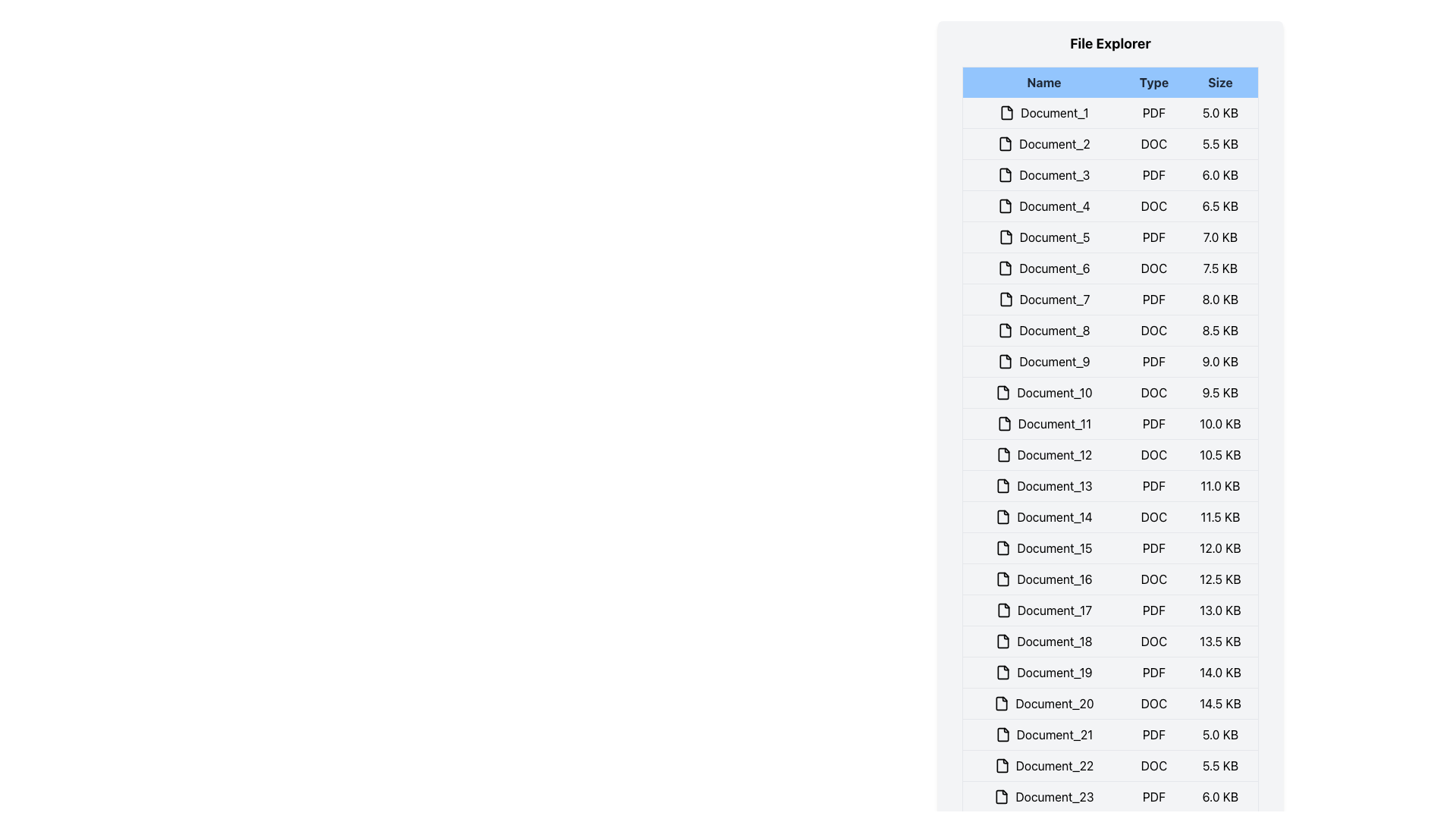  I want to click on the document icon, which is a rectangular shape with a fold at the top right corner, located to the left of the 'Document_12 DOC 10.5 KB' entry in the 'File Explorer' table, so click(1003, 454).